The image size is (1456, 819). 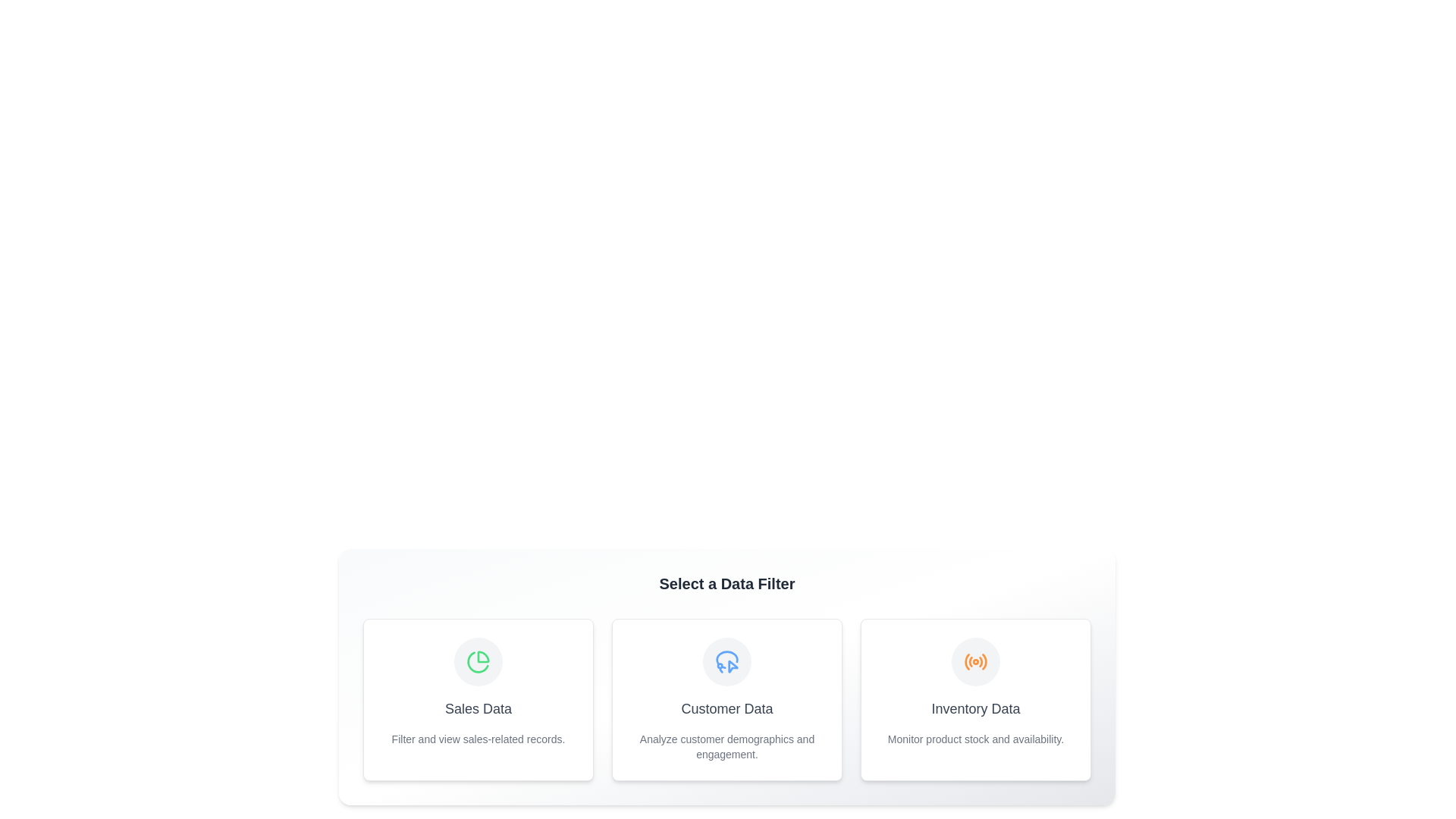 What do you see at coordinates (477, 739) in the screenshot?
I see `the text label stating 'Filter and view sales-related records.' located within the lower half of the rounded rectangular card component below the title 'Sales Data'` at bounding box center [477, 739].